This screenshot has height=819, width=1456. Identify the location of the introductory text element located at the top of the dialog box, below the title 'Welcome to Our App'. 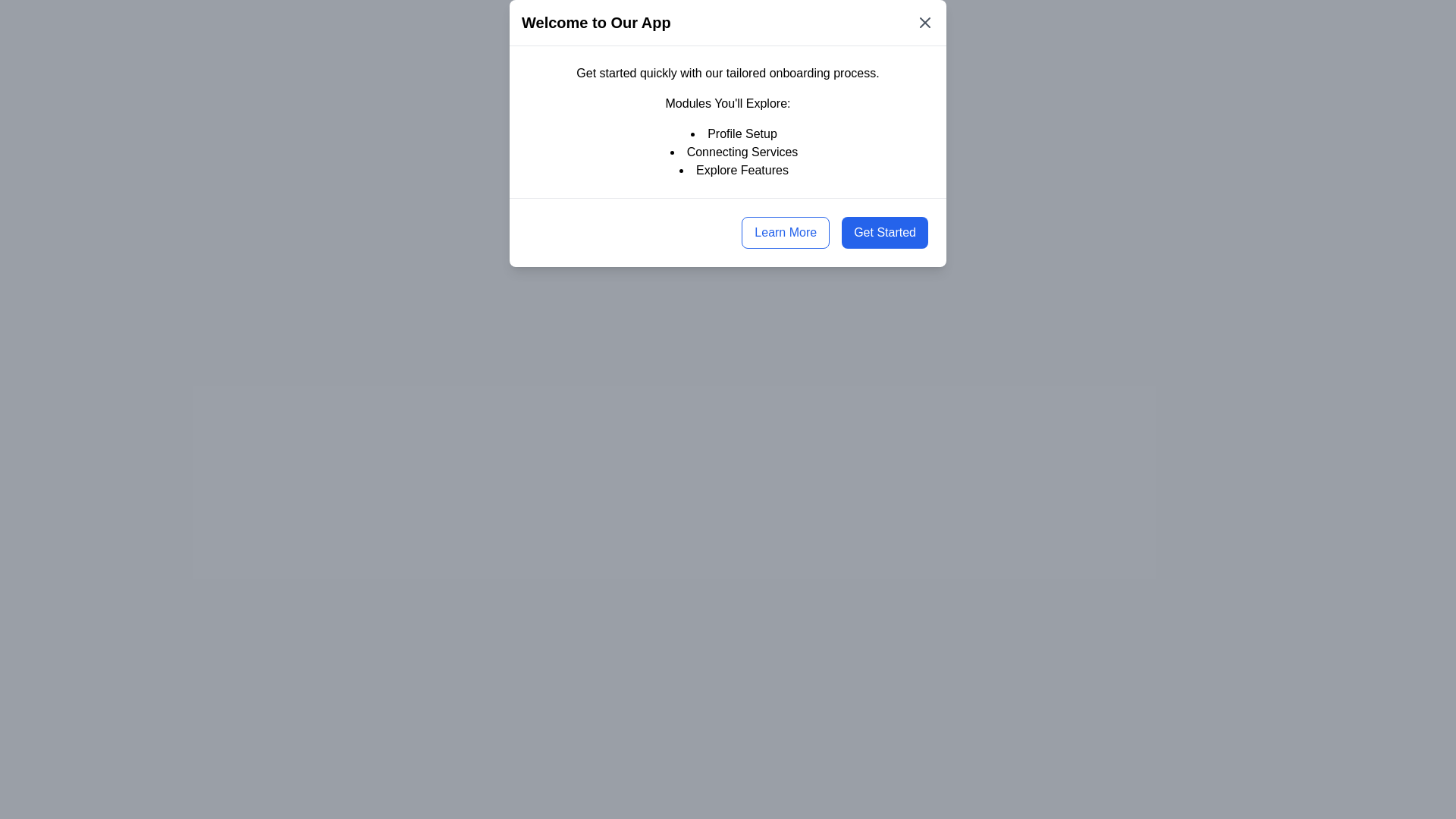
(728, 73).